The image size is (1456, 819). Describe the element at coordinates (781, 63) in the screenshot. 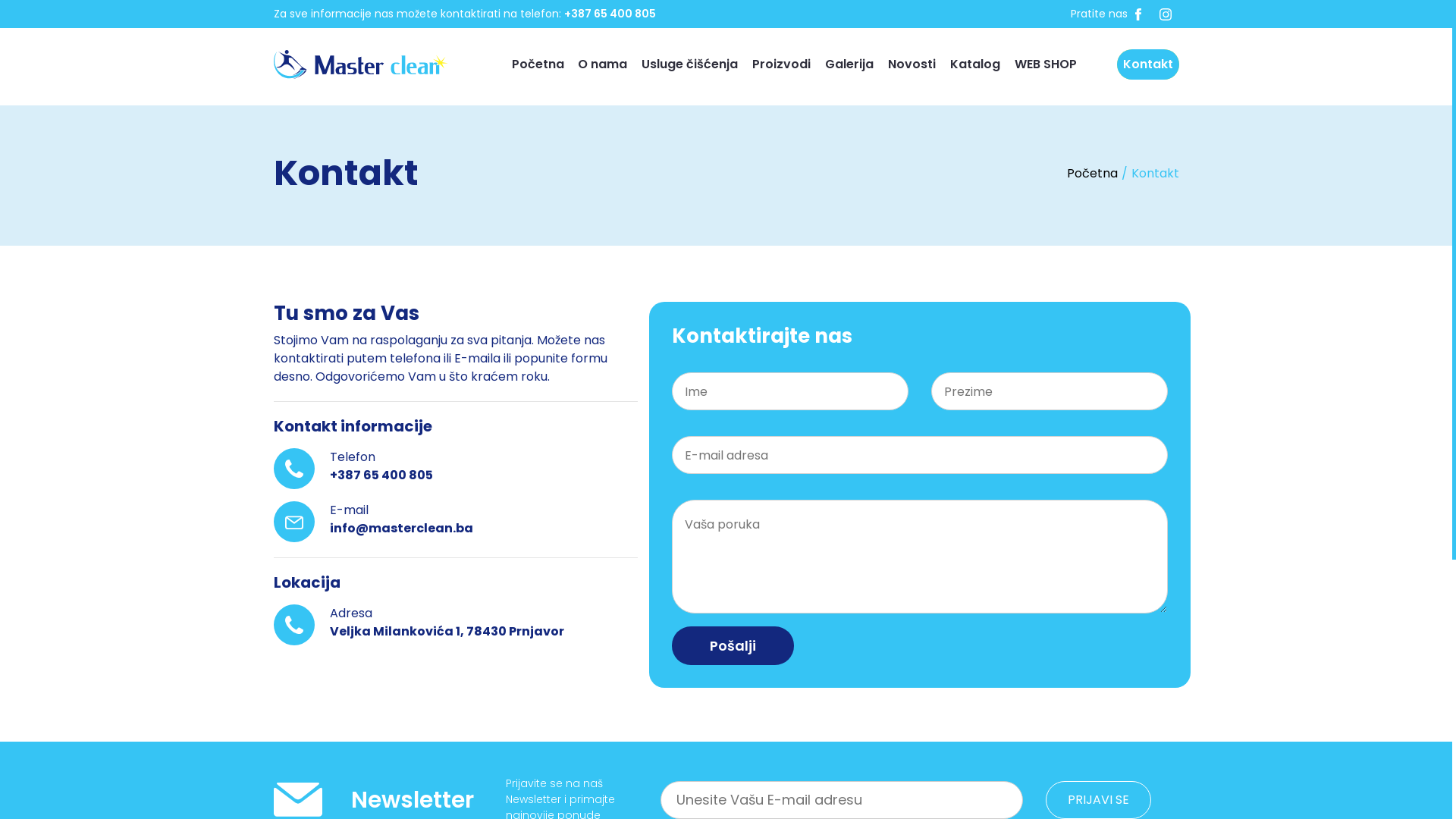

I see `'Proizvodi'` at that location.